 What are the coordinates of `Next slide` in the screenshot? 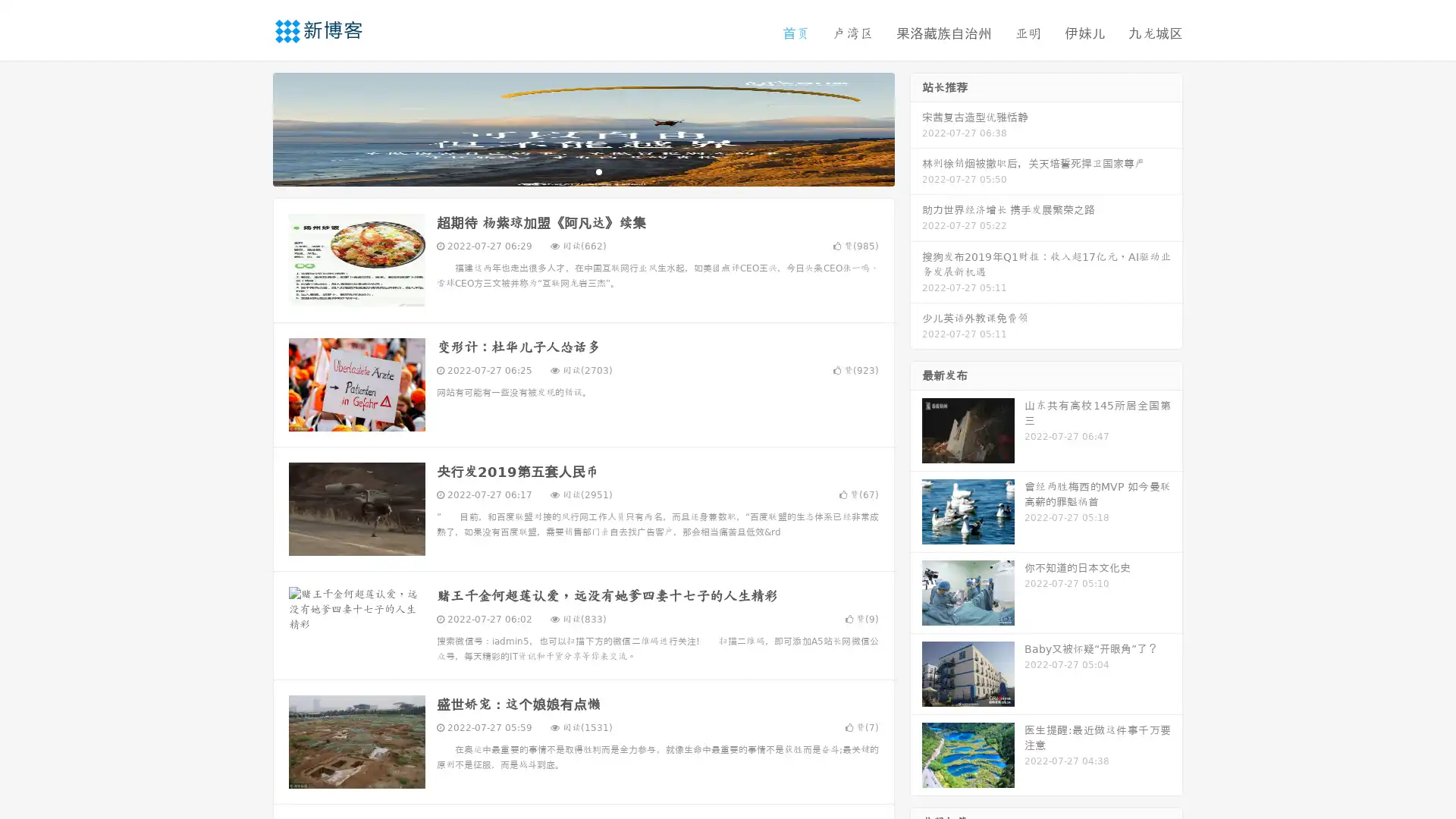 It's located at (916, 127).